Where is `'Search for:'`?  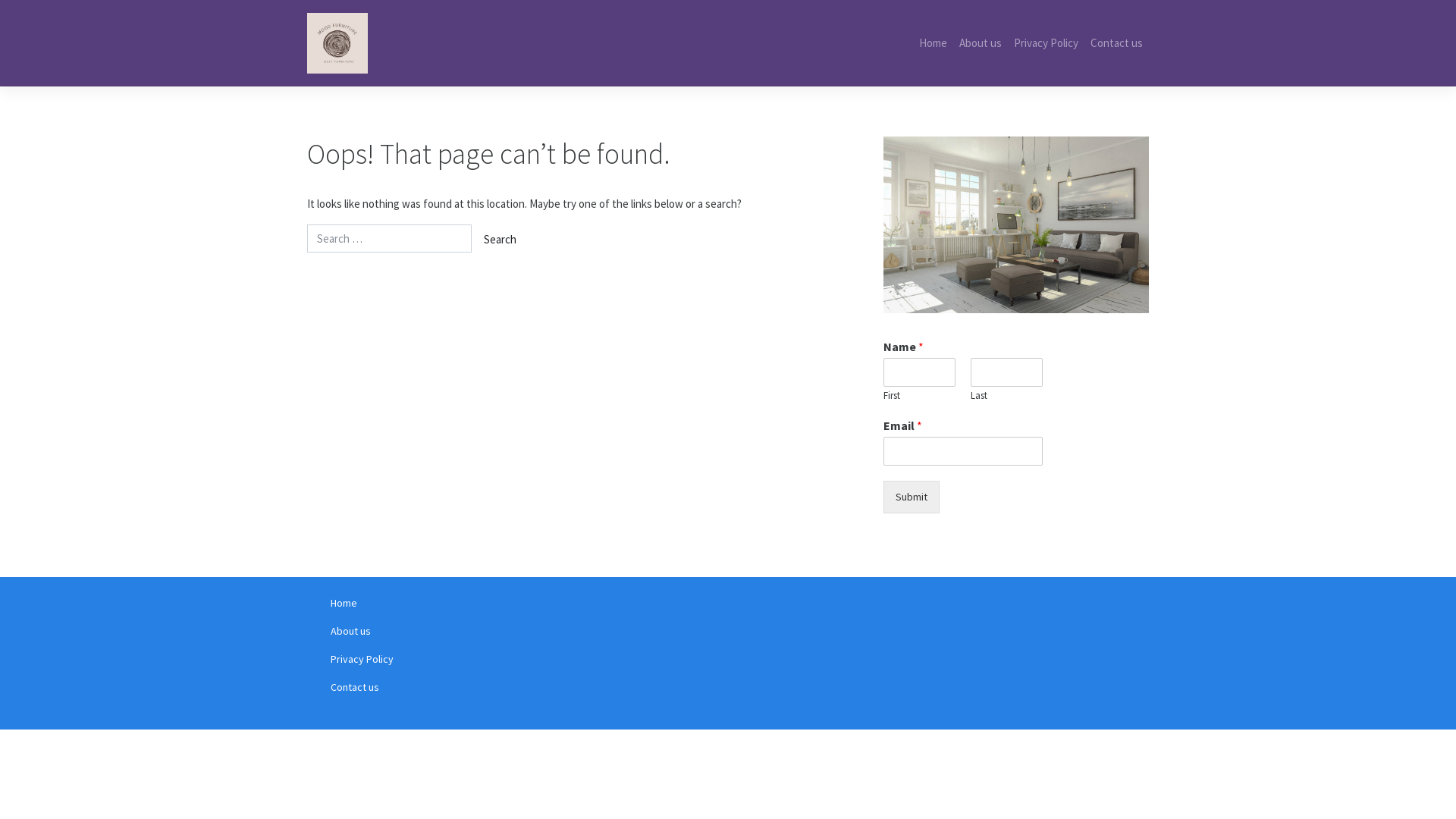 'Search for:' is located at coordinates (306, 238).